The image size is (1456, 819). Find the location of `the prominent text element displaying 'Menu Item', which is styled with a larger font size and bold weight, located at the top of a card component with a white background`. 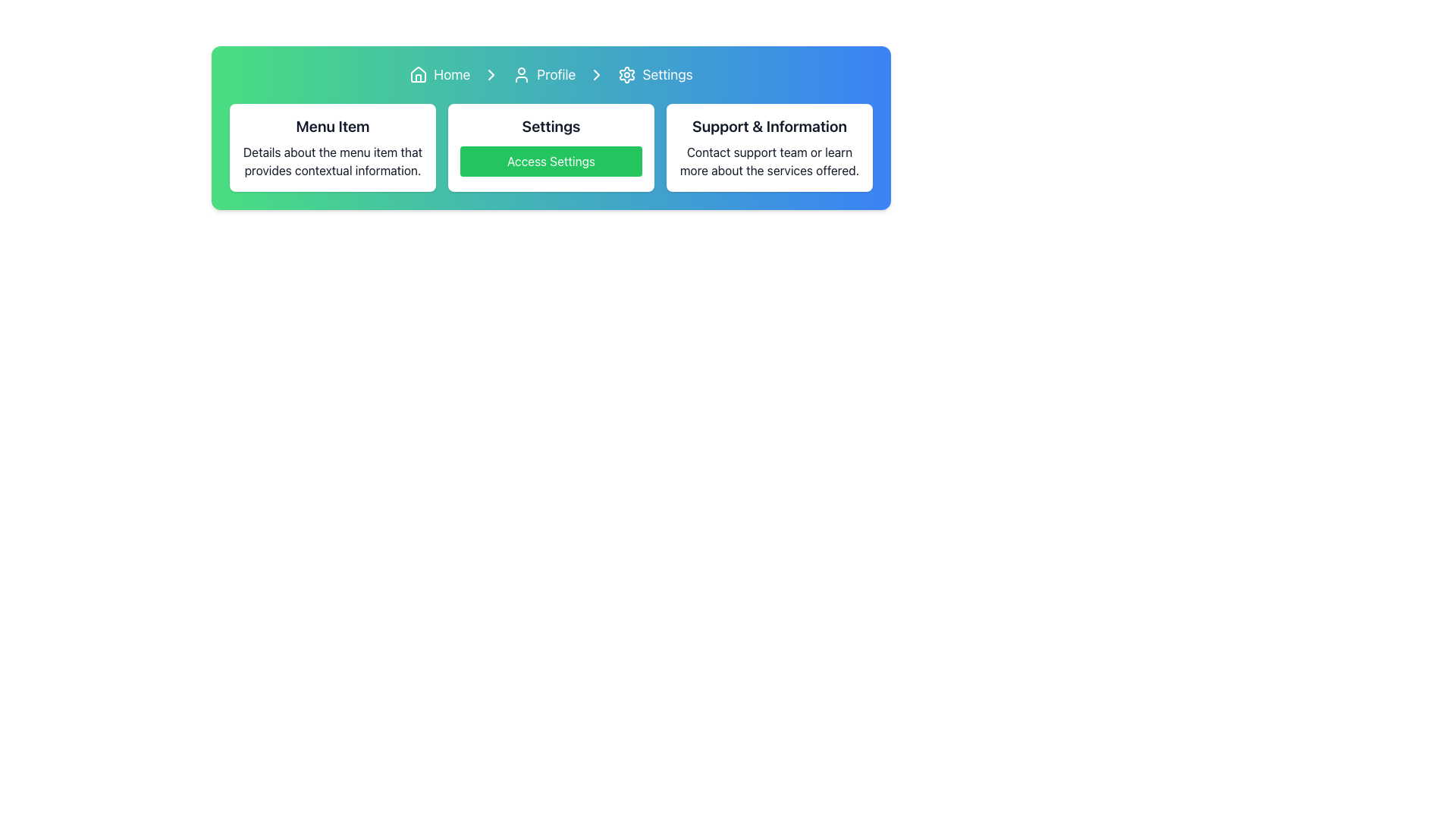

the prominent text element displaying 'Menu Item', which is styled with a larger font size and bold weight, located at the top of a card component with a white background is located at coordinates (331, 125).